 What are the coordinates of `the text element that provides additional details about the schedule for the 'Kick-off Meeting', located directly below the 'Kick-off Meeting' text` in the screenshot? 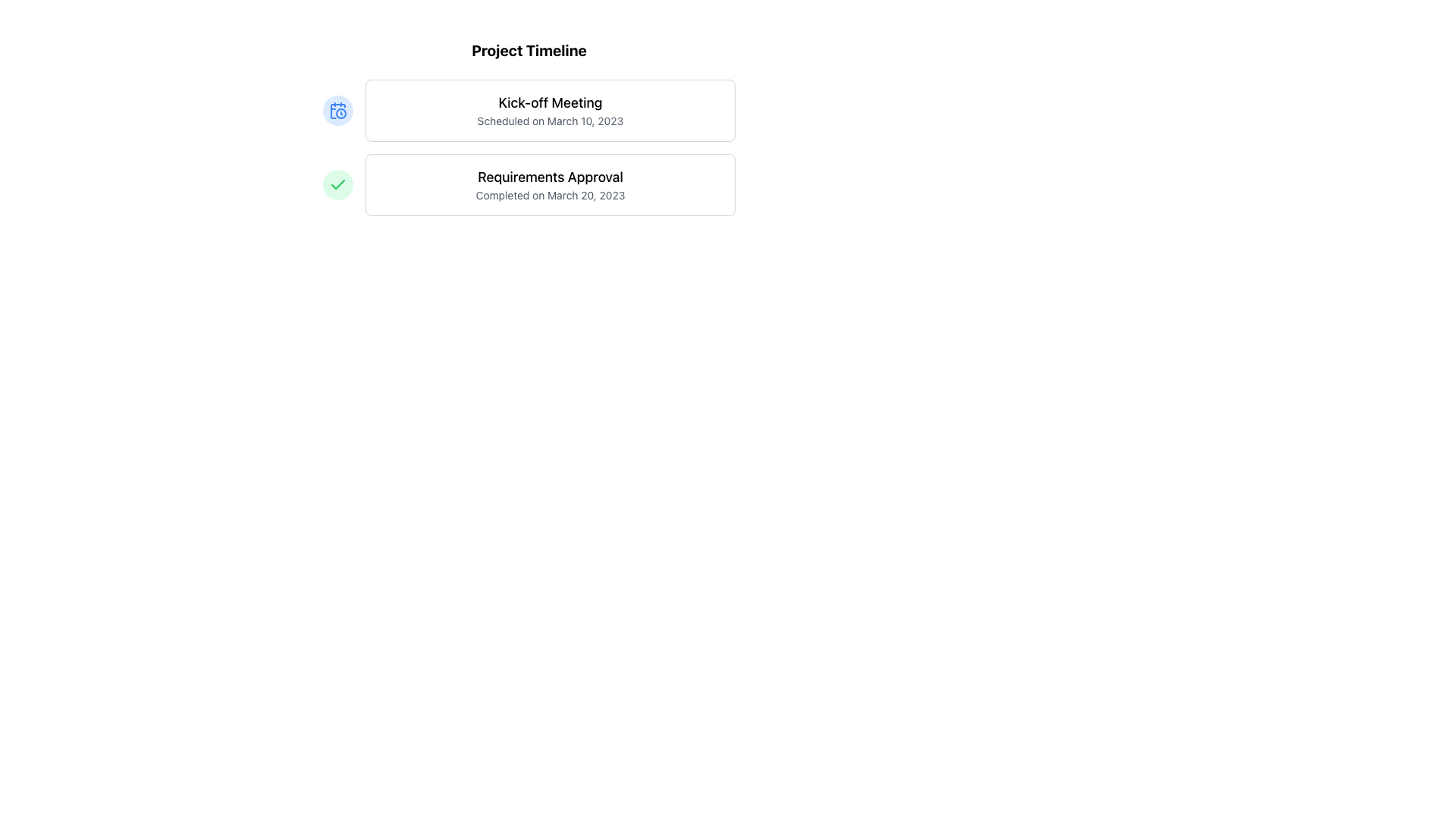 It's located at (549, 120).